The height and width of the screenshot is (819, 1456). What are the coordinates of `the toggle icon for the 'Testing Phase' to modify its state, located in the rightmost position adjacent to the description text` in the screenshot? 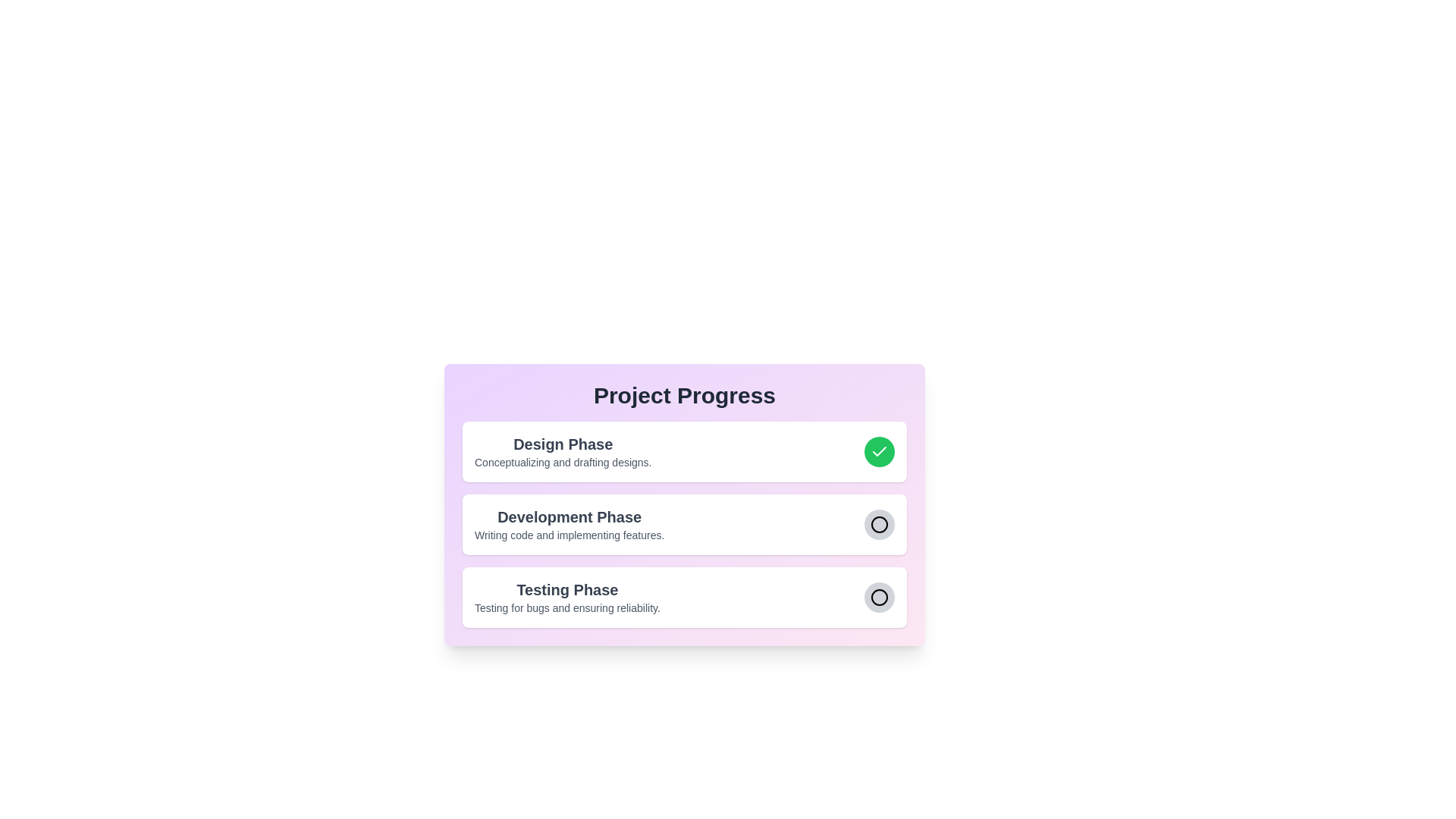 It's located at (874, 596).